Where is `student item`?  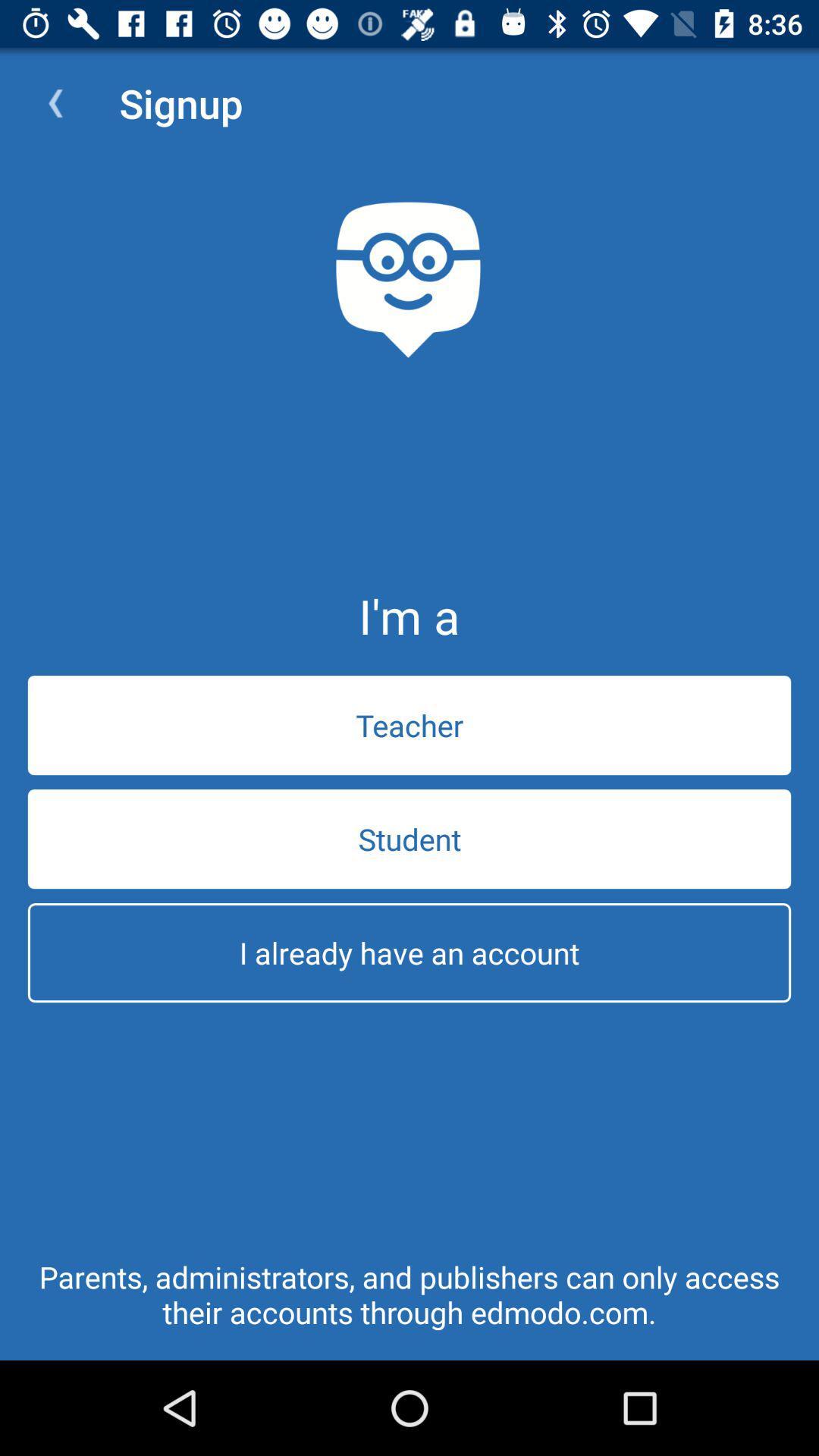 student item is located at coordinates (409, 838).